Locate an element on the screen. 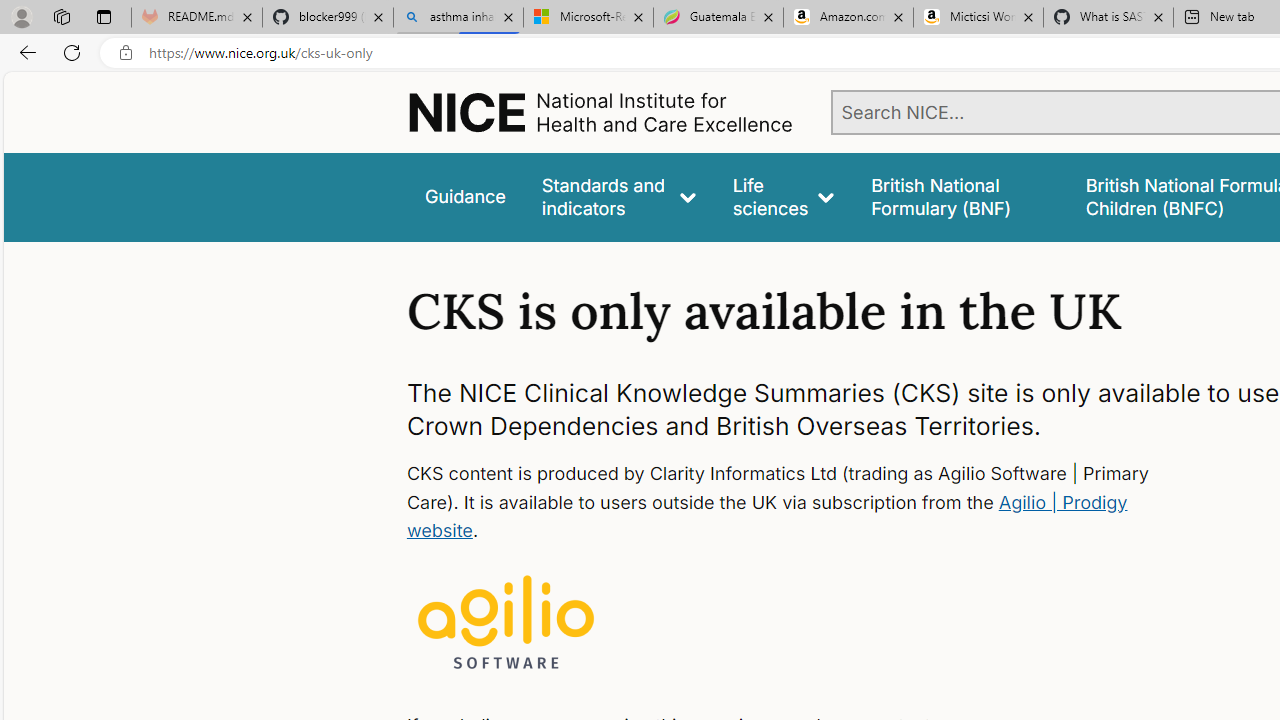  'Refresh' is located at coordinates (72, 51).